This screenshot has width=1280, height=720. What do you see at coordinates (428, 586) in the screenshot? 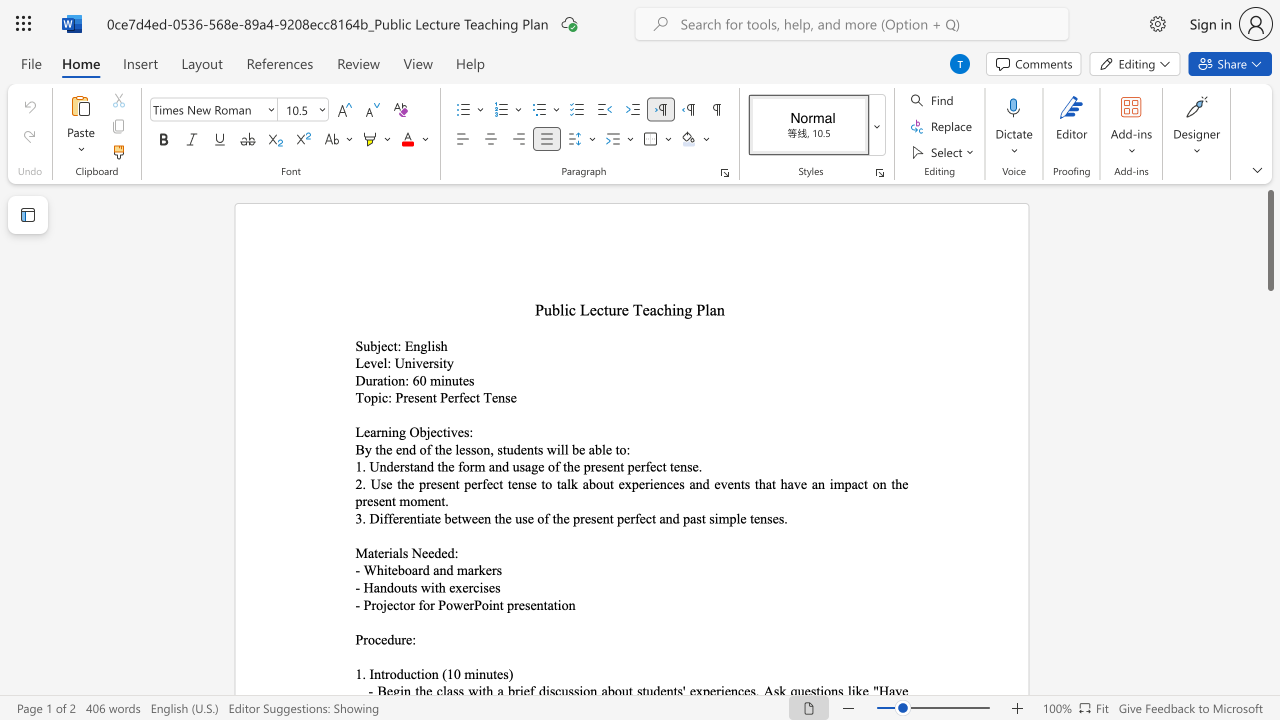
I see `the space between the continuous character "w" and "i" in the text` at bounding box center [428, 586].